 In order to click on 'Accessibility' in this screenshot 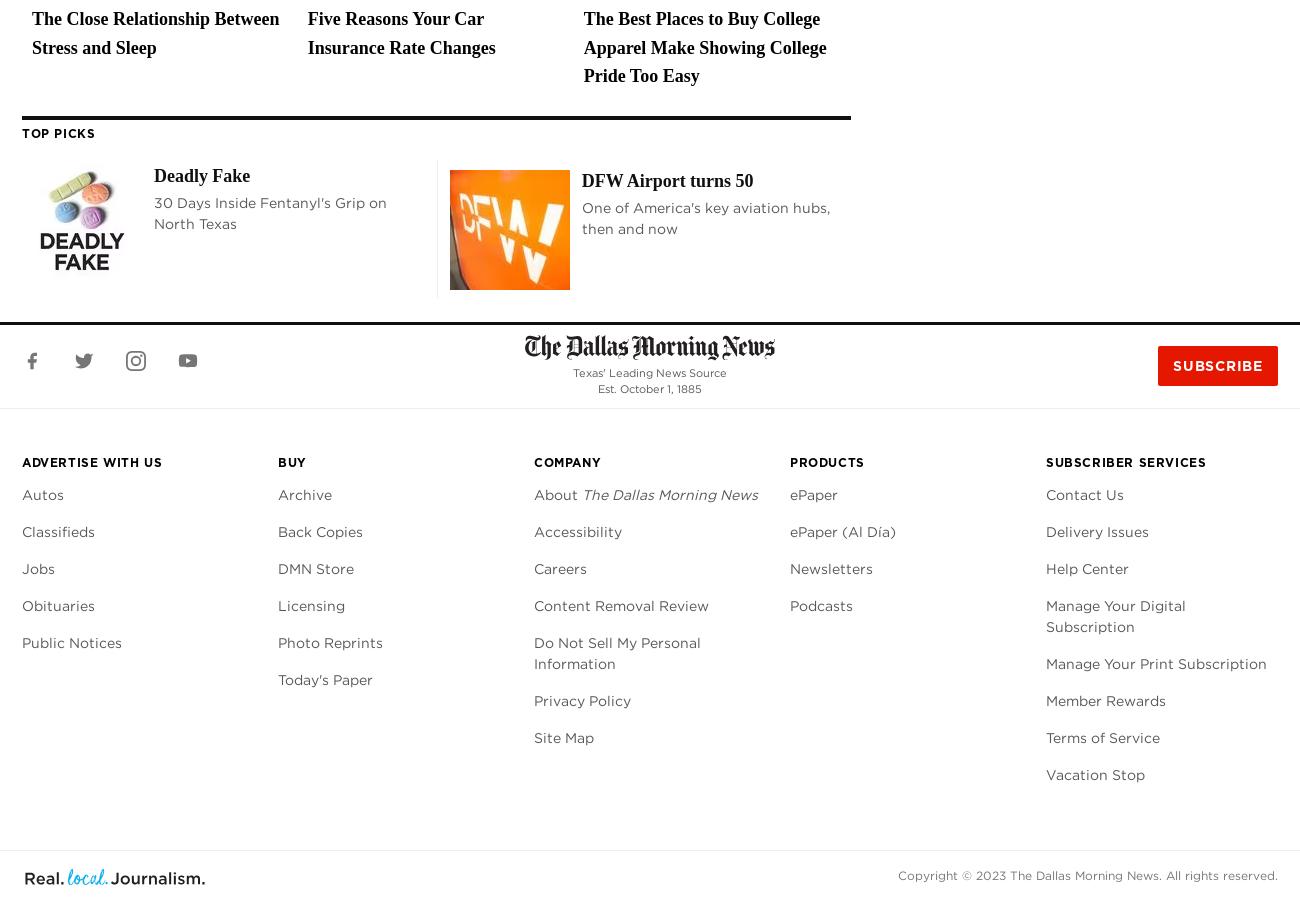, I will do `click(534, 531)`.